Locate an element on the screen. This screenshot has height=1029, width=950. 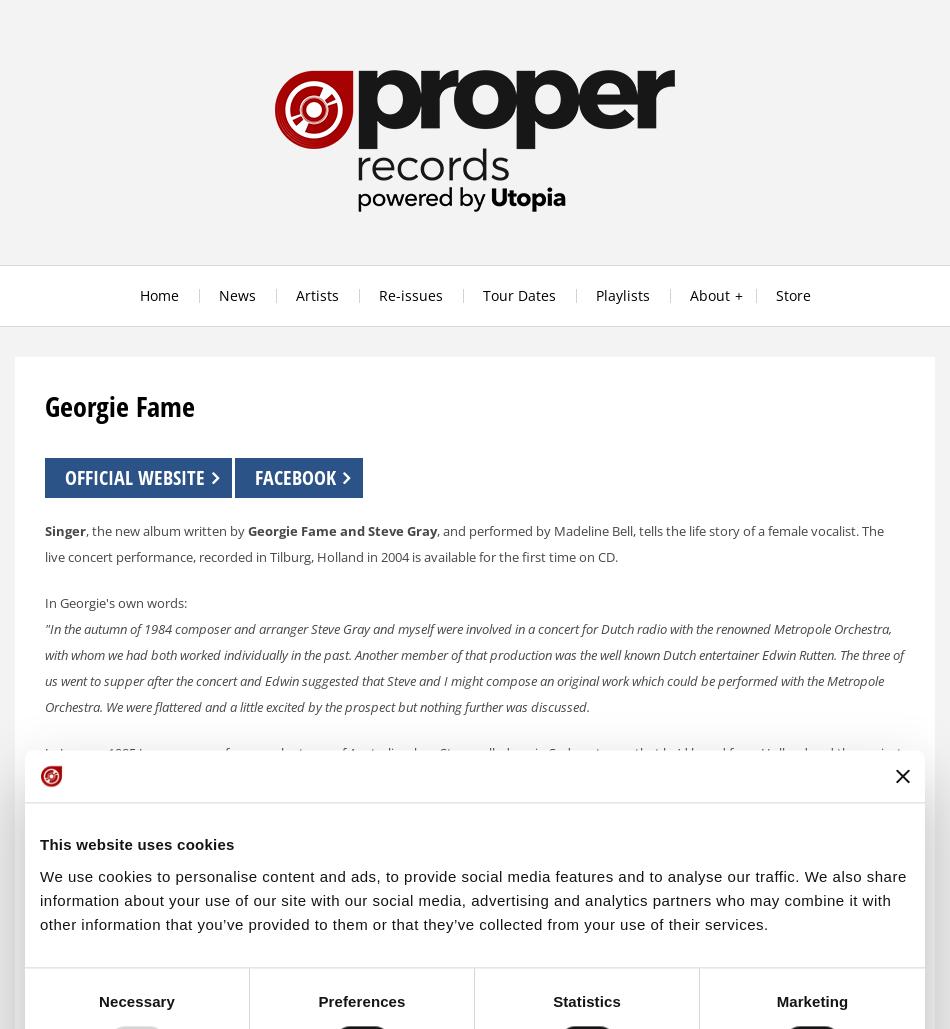
'statistics, marketing' is located at coordinates (431, 948).